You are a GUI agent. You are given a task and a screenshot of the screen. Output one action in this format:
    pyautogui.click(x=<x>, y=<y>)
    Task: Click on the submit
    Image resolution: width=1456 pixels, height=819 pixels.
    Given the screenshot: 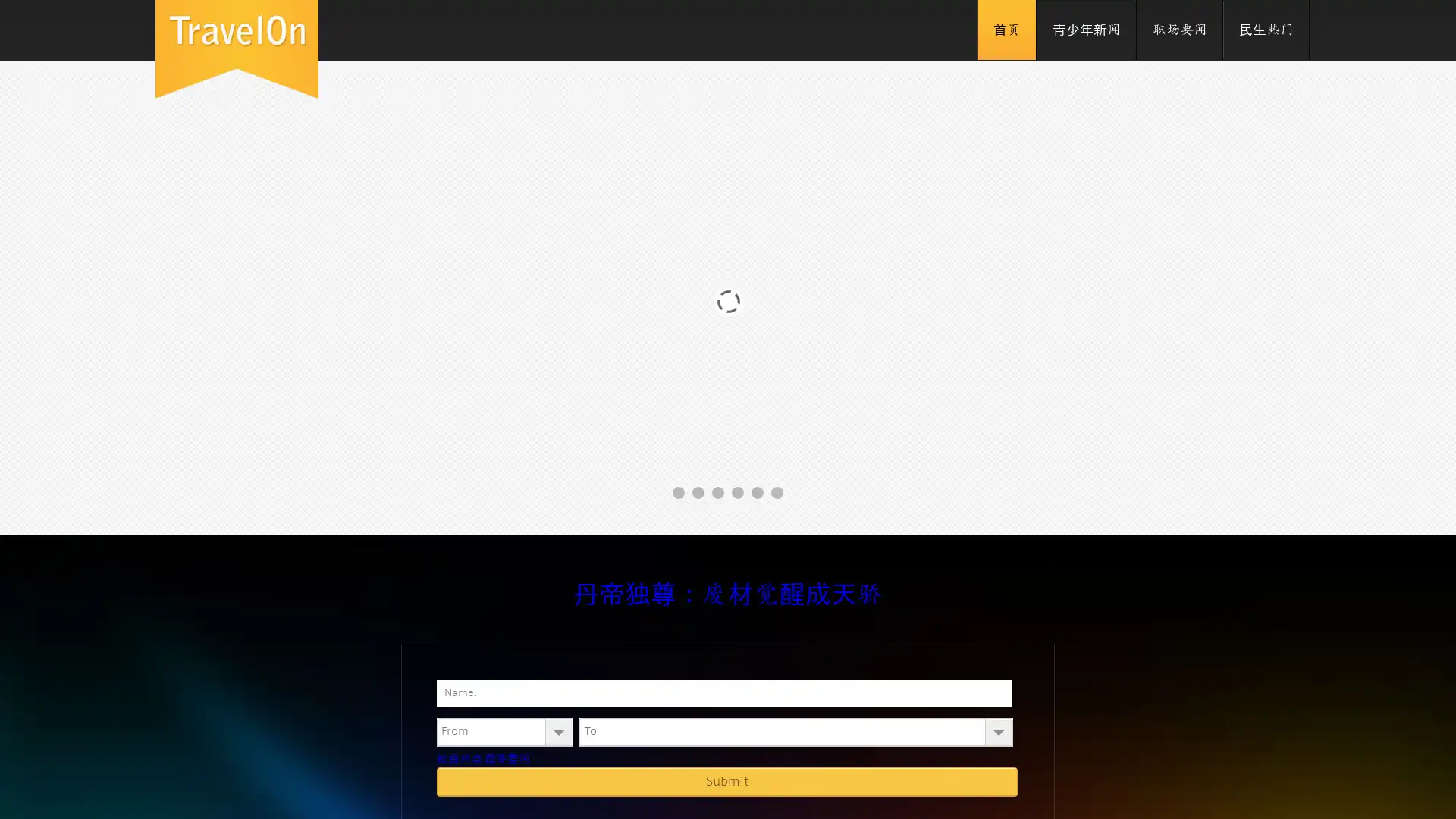 What is the action you would take?
    pyautogui.click(x=726, y=781)
    